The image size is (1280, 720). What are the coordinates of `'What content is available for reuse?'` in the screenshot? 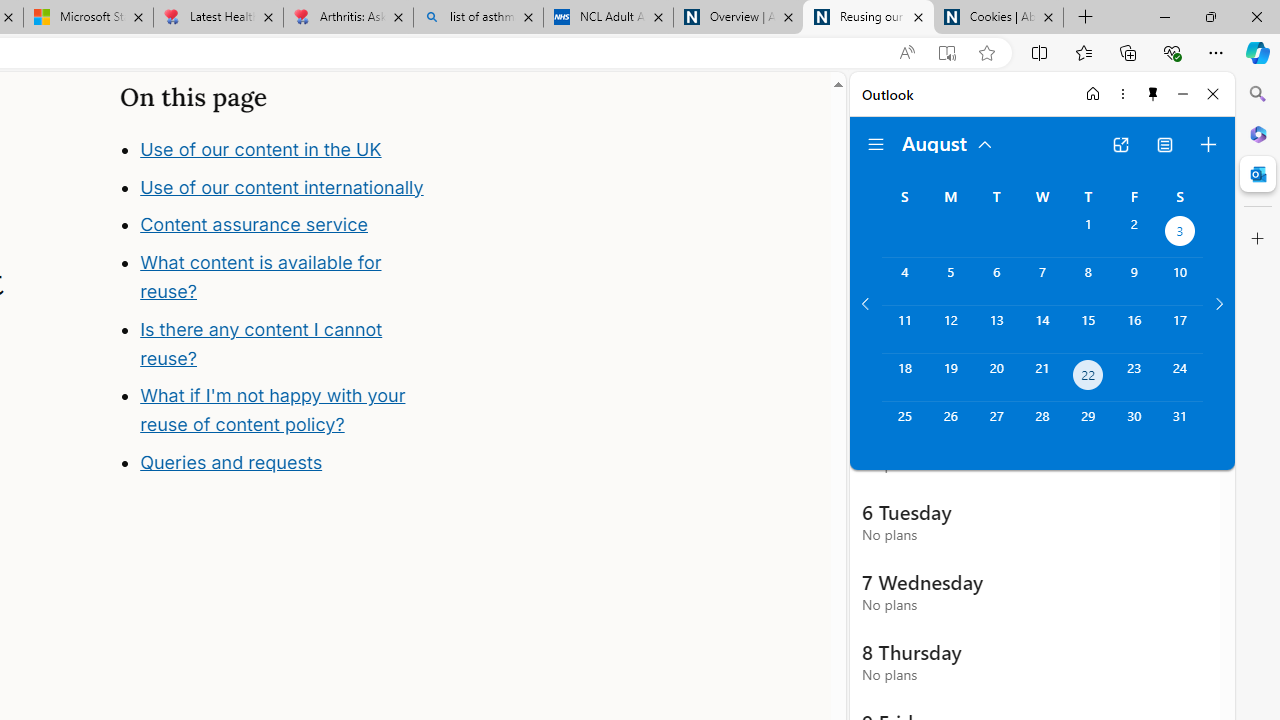 It's located at (259, 276).